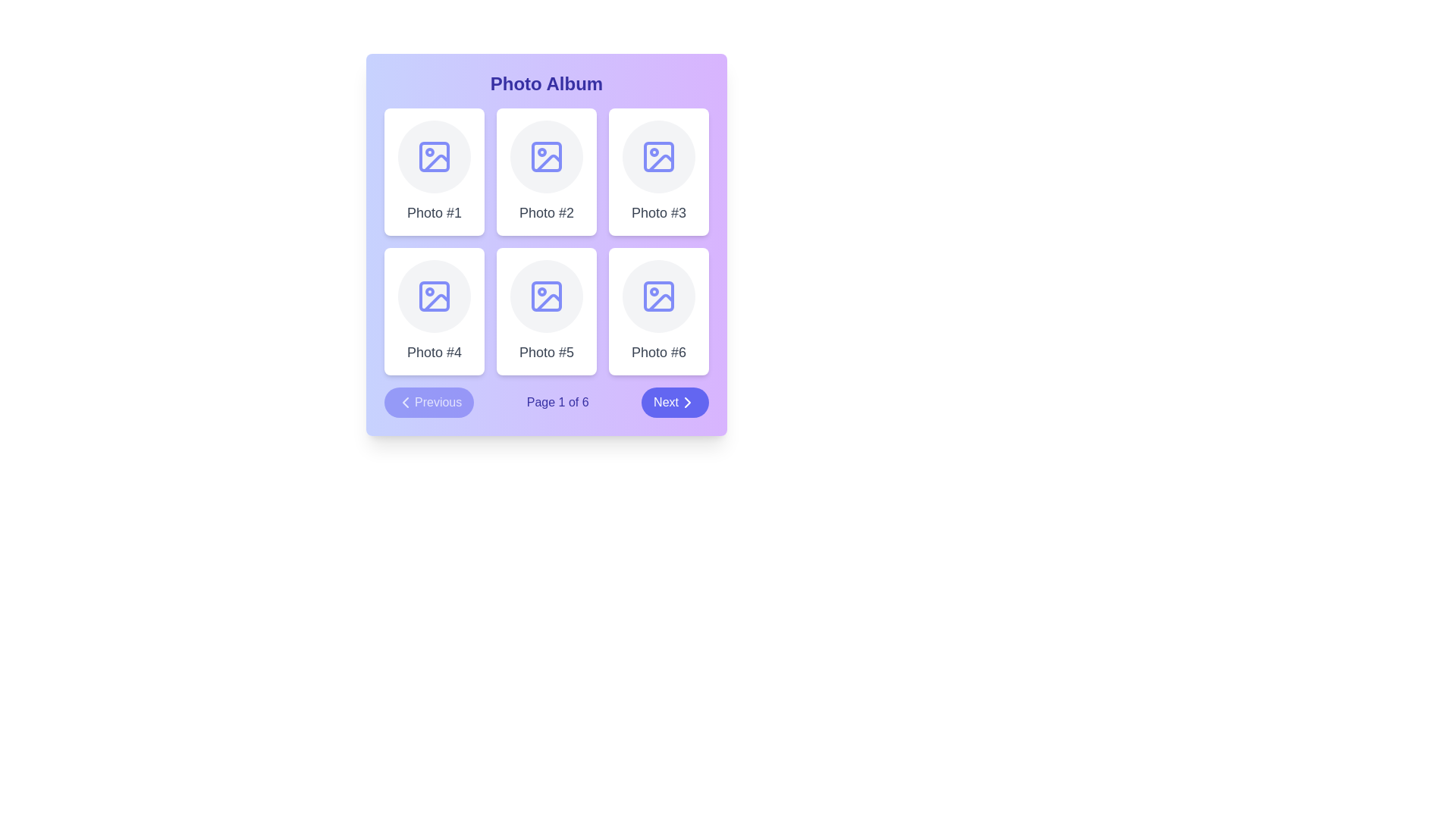 The height and width of the screenshot is (819, 1456). I want to click on the circular image placeholder with a gray background and indigo outline, labeled 'Photo #2', located at the top-center of the grid, so click(546, 157).